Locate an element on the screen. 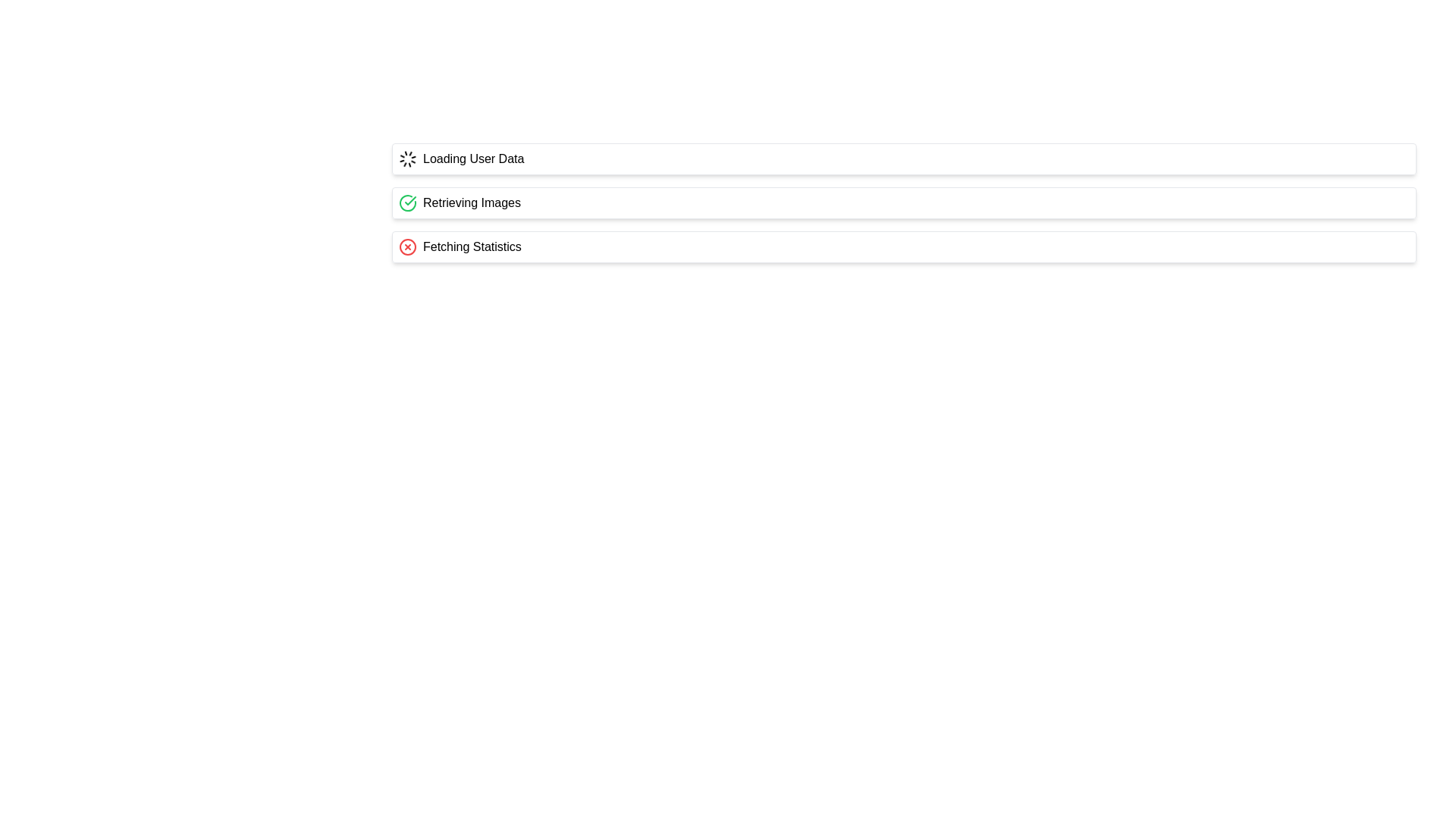 The width and height of the screenshot is (1456, 819). the Loading Spinner icon that indicates the application is processing or loading data, positioned to the left of the 'Loading User Data' text is located at coordinates (407, 158).